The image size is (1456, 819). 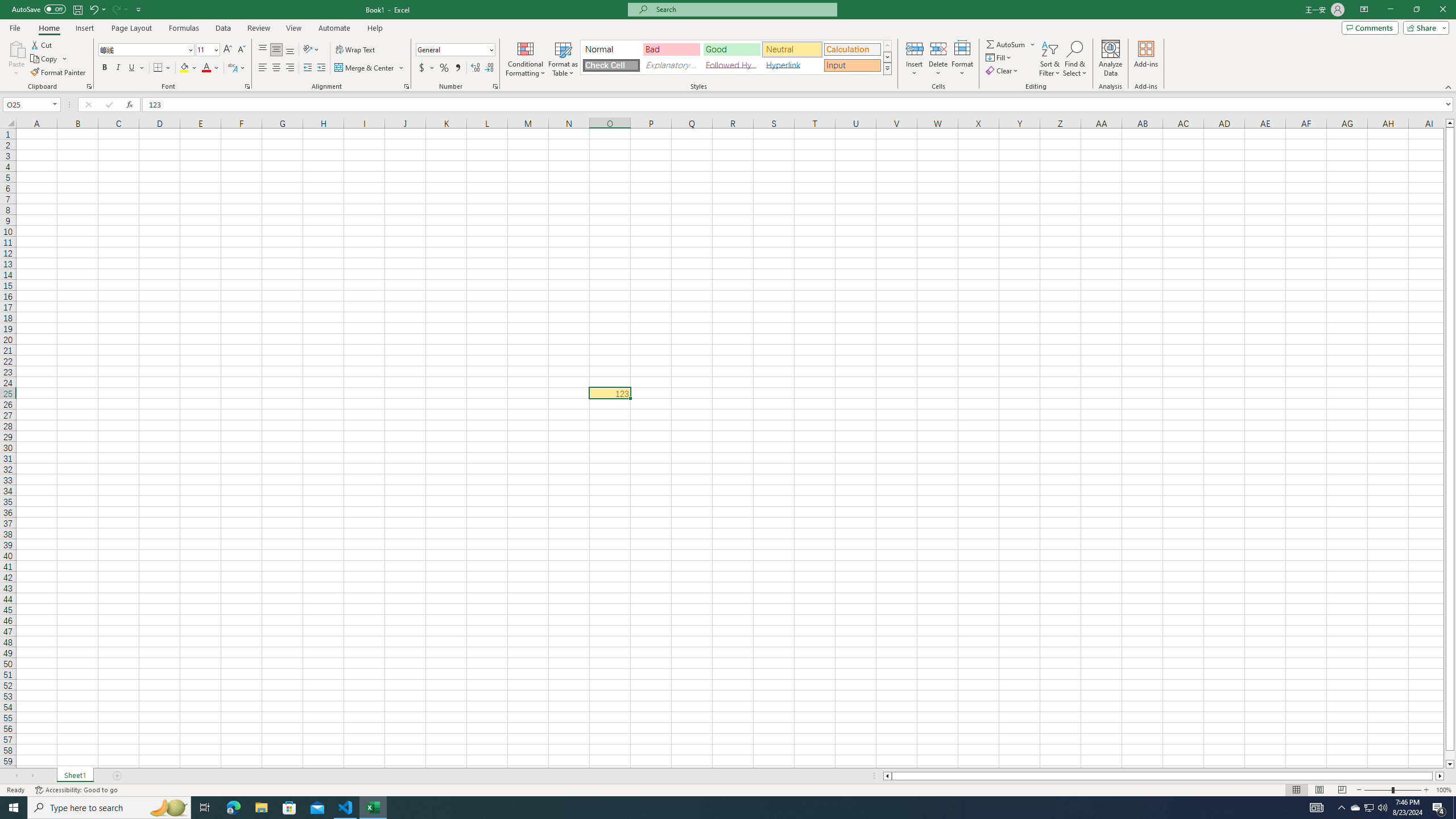 I want to click on 'Page right', so click(x=1433, y=775).